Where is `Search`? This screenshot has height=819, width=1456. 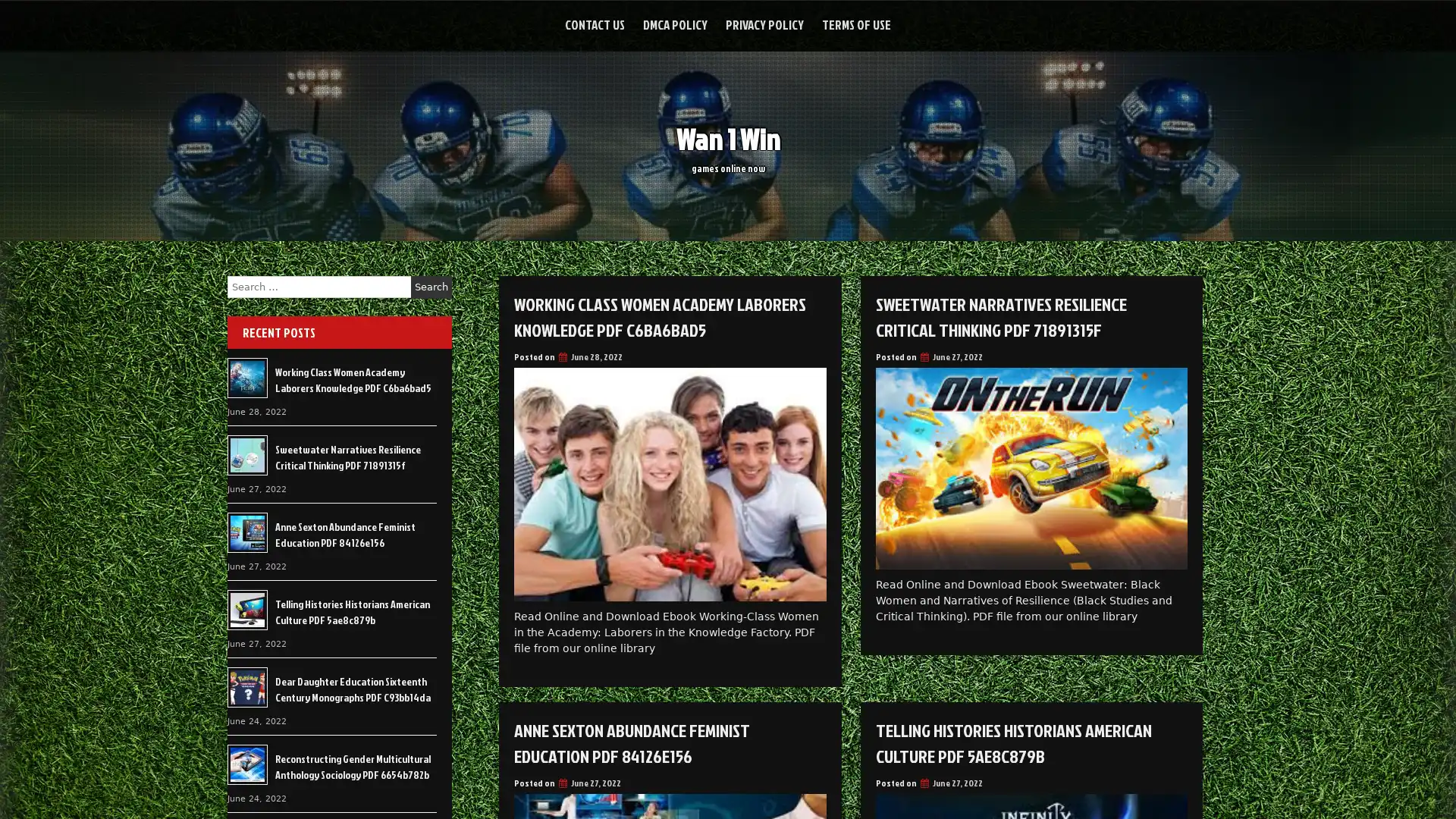
Search is located at coordinates (431, 287).